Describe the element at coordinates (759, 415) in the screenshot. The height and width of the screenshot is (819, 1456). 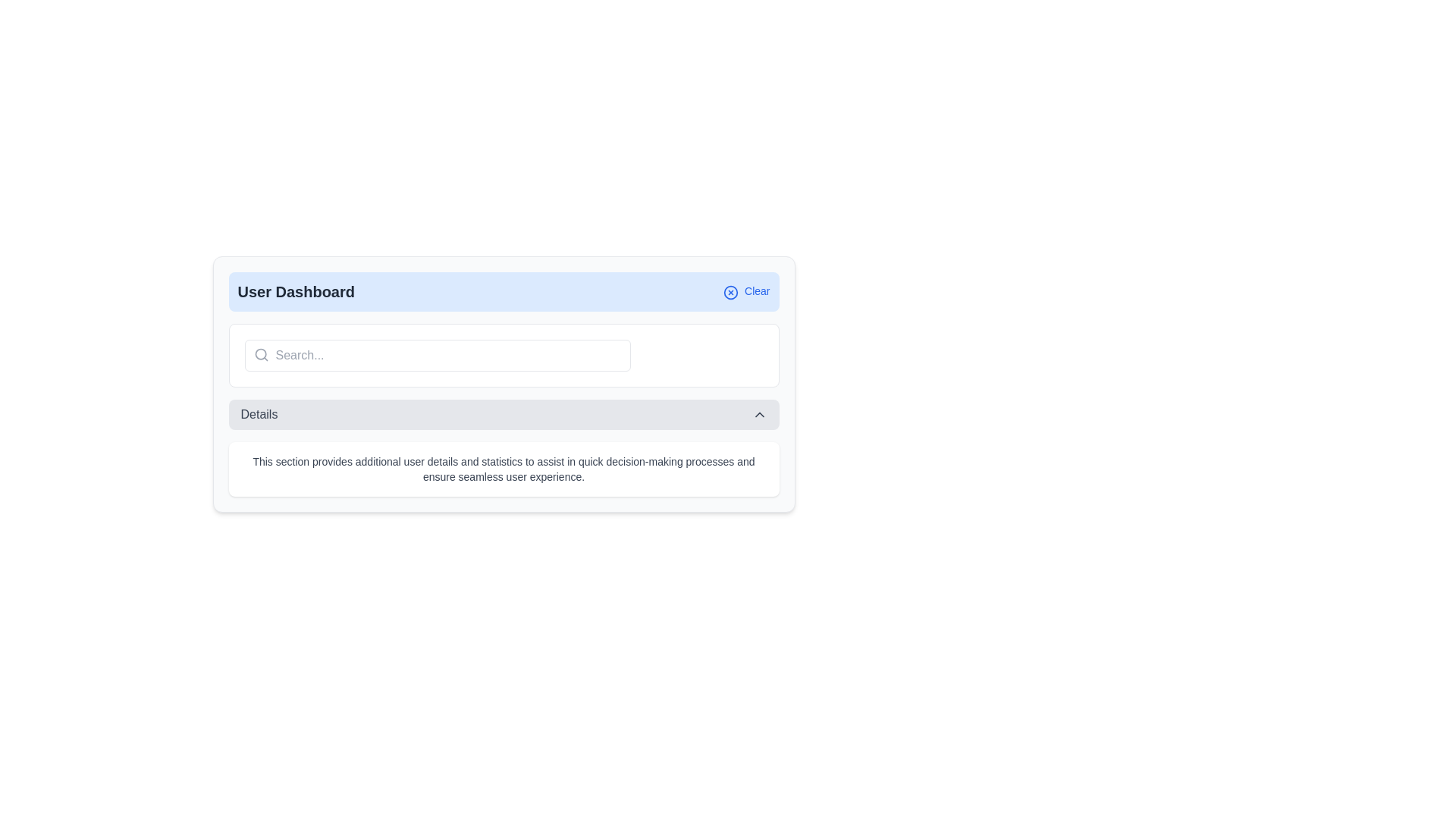
I see `the chevron-up icon located on the far right side of the horizontal bar labeled 'Details'` at that location.